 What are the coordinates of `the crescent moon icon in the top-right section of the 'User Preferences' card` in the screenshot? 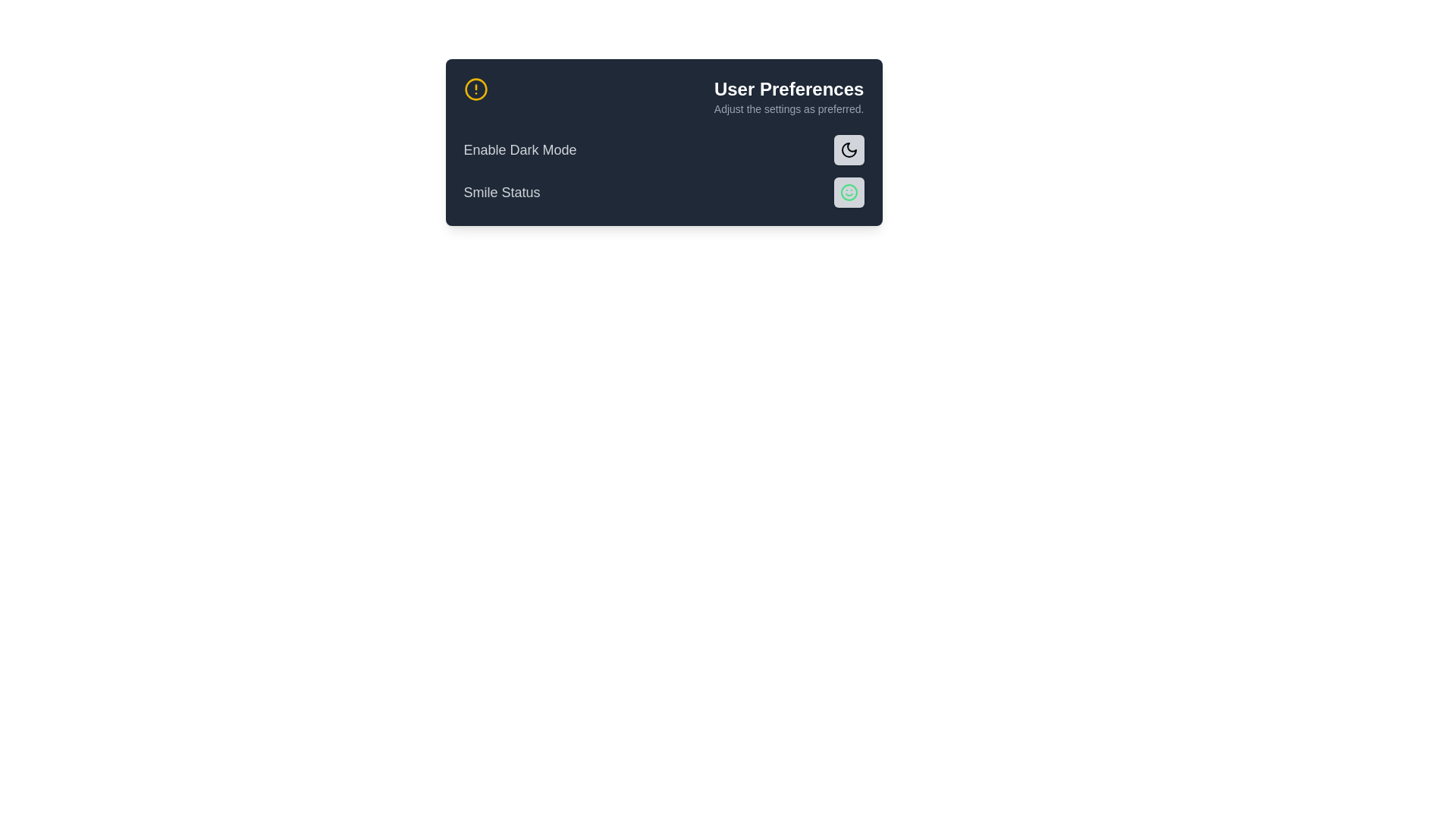 It's located at (848, 149).